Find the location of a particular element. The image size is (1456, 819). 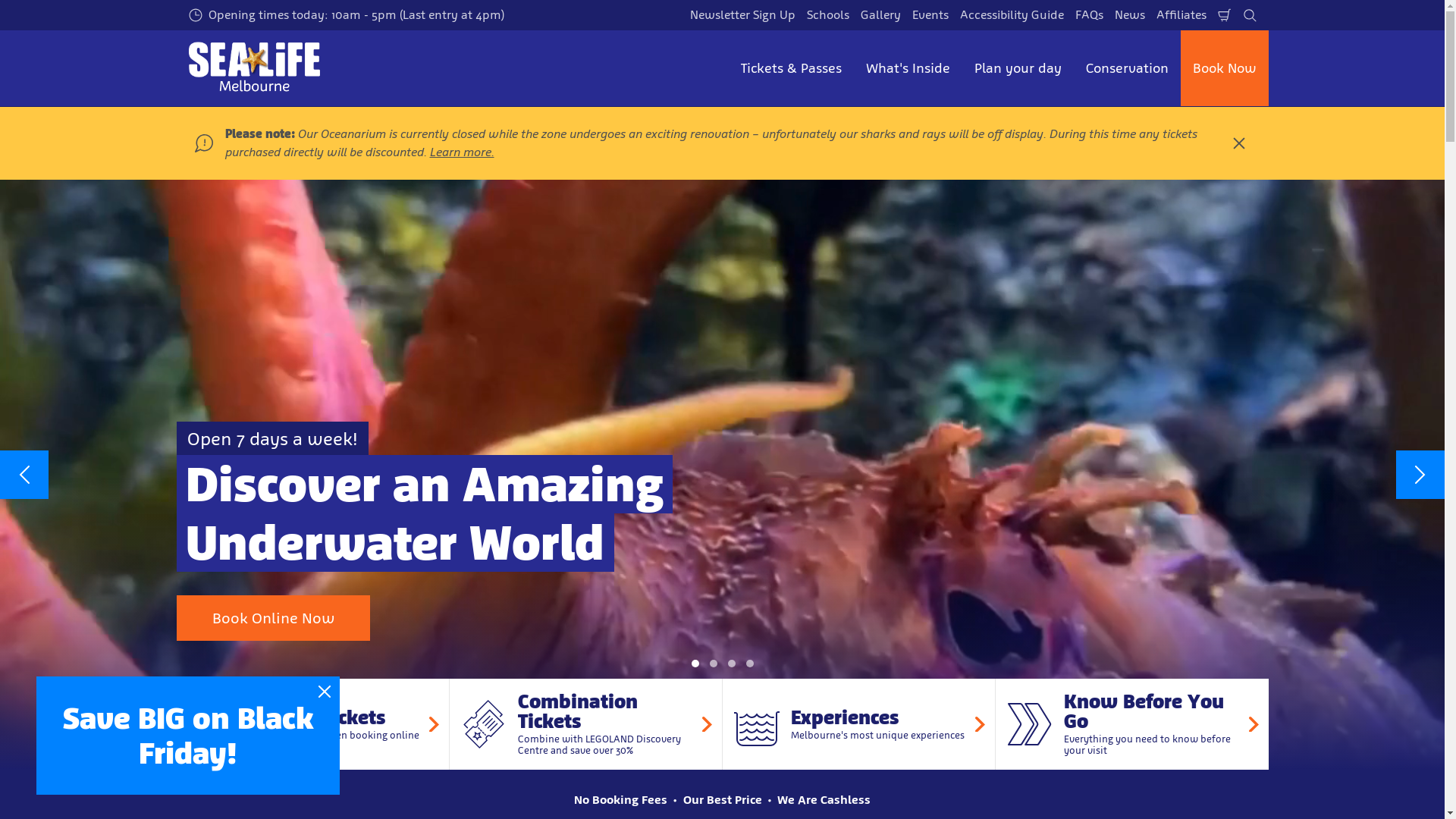

'Gallery' is located at coordinates (856, 14).